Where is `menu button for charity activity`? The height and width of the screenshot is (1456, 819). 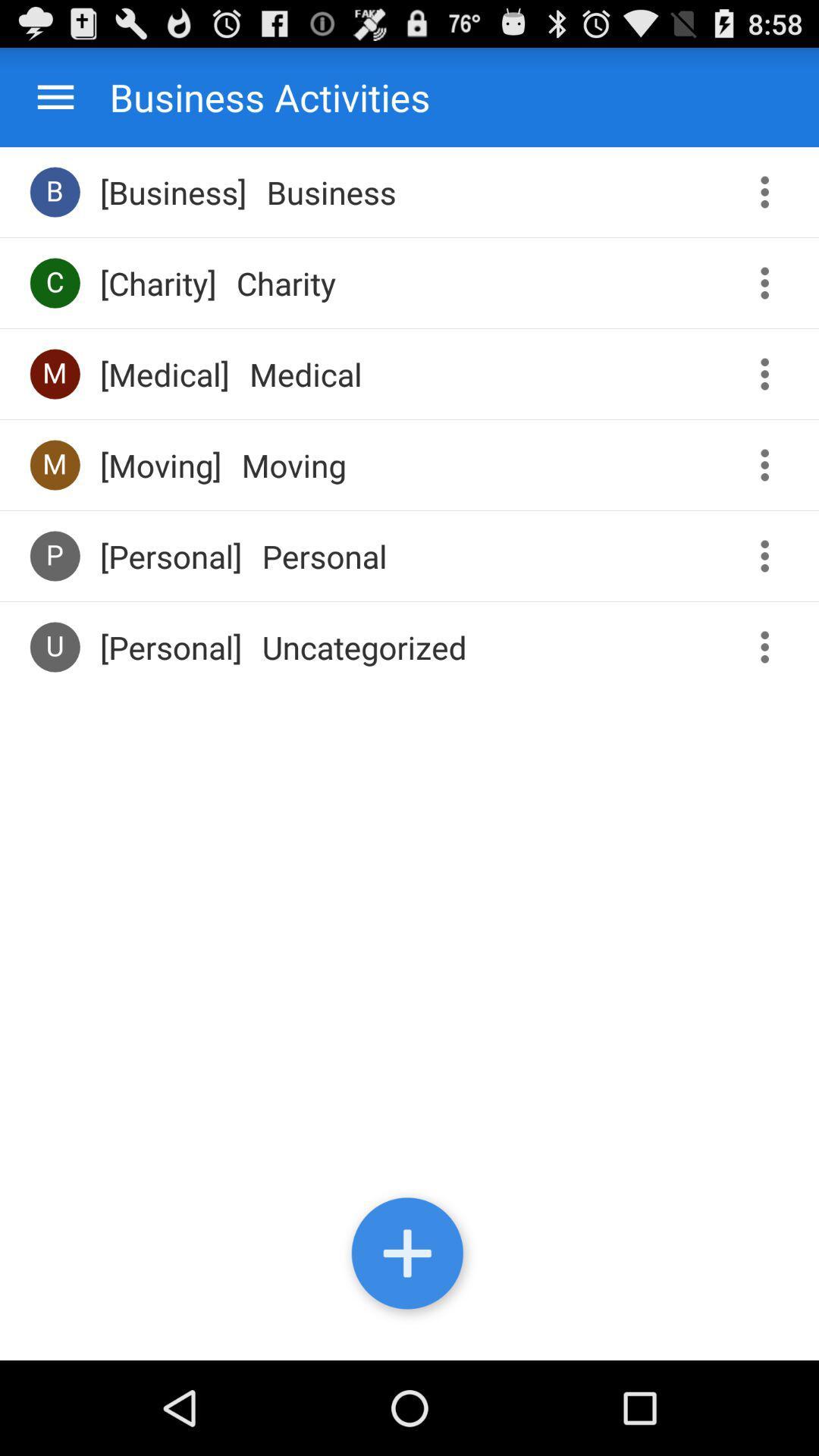
menu button for charity activity is located at coordinates (770, 283).